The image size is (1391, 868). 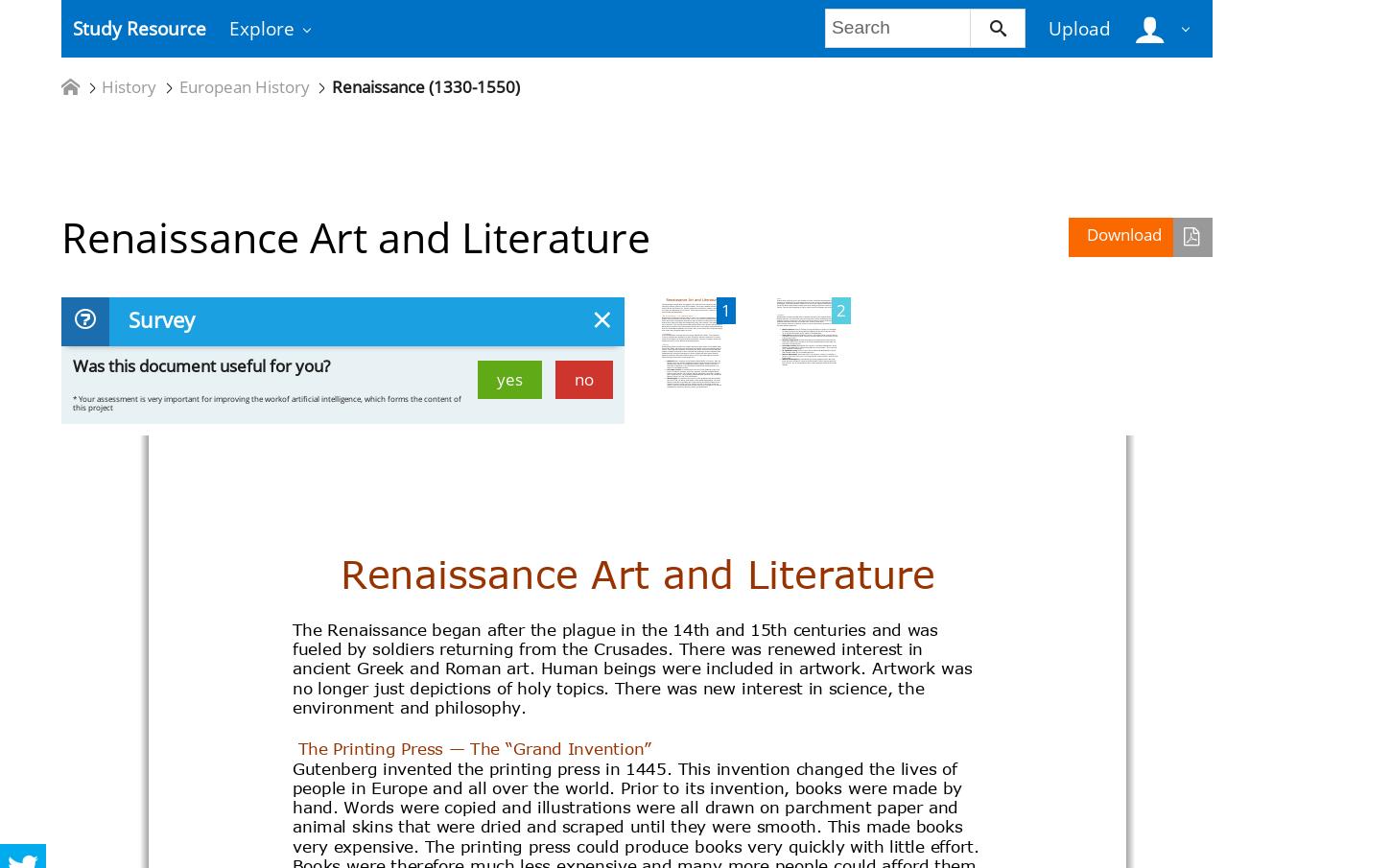 I want to click on 'Renaissance Art and Literature', so click(x=355, y=236).